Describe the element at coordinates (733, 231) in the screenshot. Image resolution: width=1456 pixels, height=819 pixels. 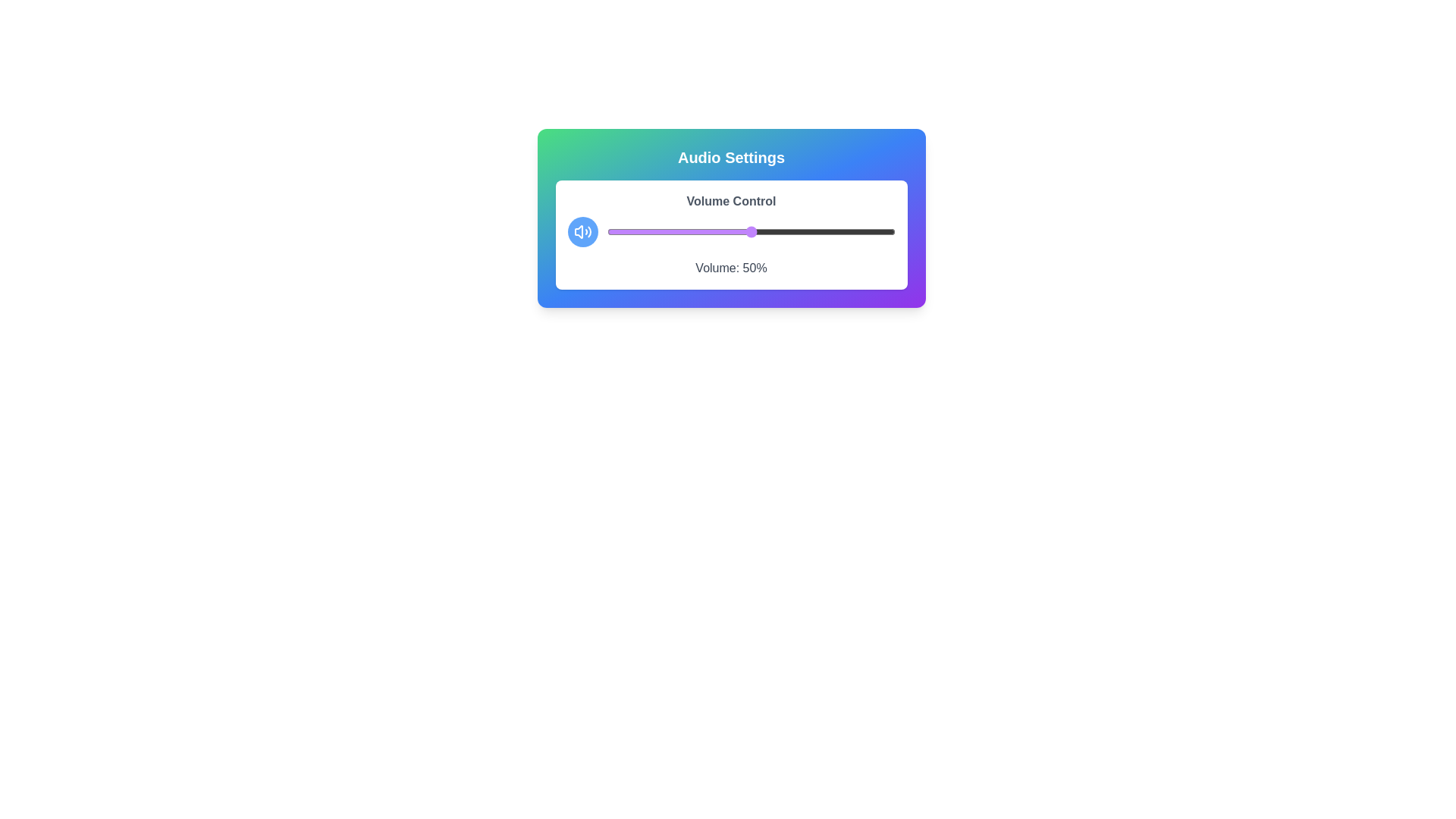
I see `volume slider` at that location.